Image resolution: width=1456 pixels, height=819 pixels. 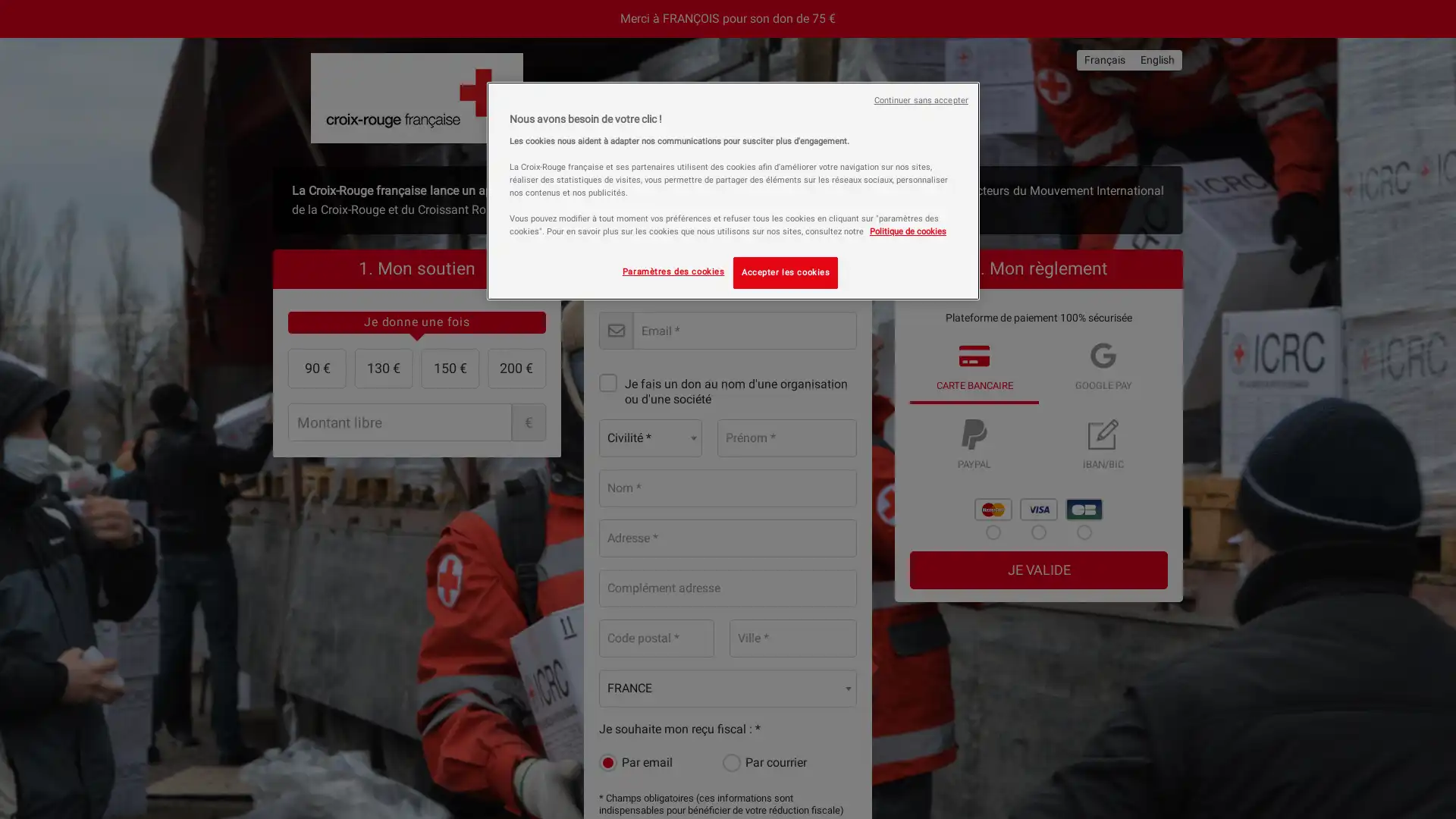 I want to click on Accepter les cookies, so click(x=786, y=271).